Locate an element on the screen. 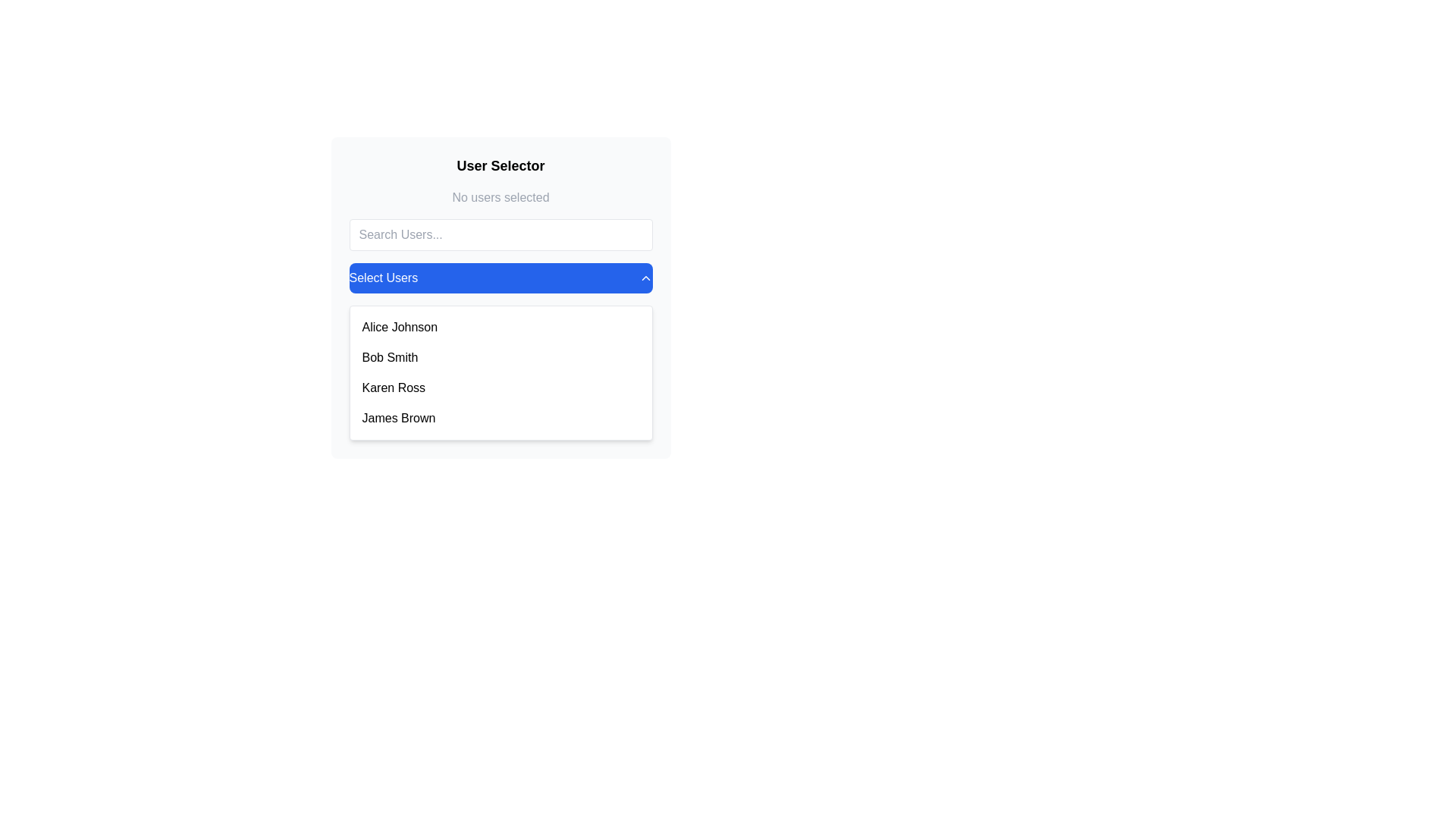  the 'Karen Ross' text in the third position of the dropdown list labeled 'Select Users' is located at coordinates (394, 388).